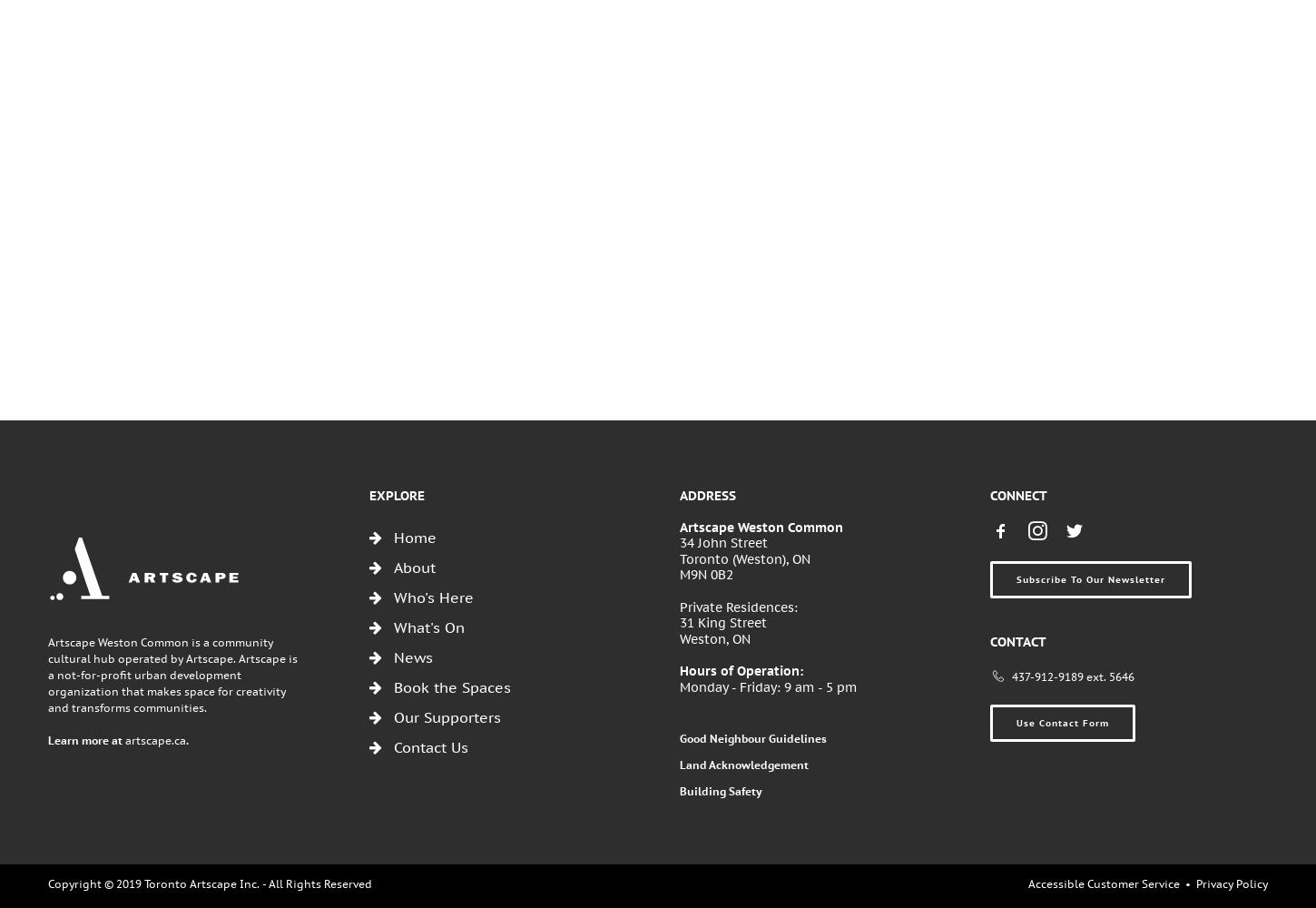  What do you see at coordinates (172, 674) in the screenshot?
I see `'Artscape Weston Common is a community cultural hub operated by Artscape. Artscape is a not-for-profit urban development organization that makes space for creativity and transforms communities.'` at bounding box center [172, 674].